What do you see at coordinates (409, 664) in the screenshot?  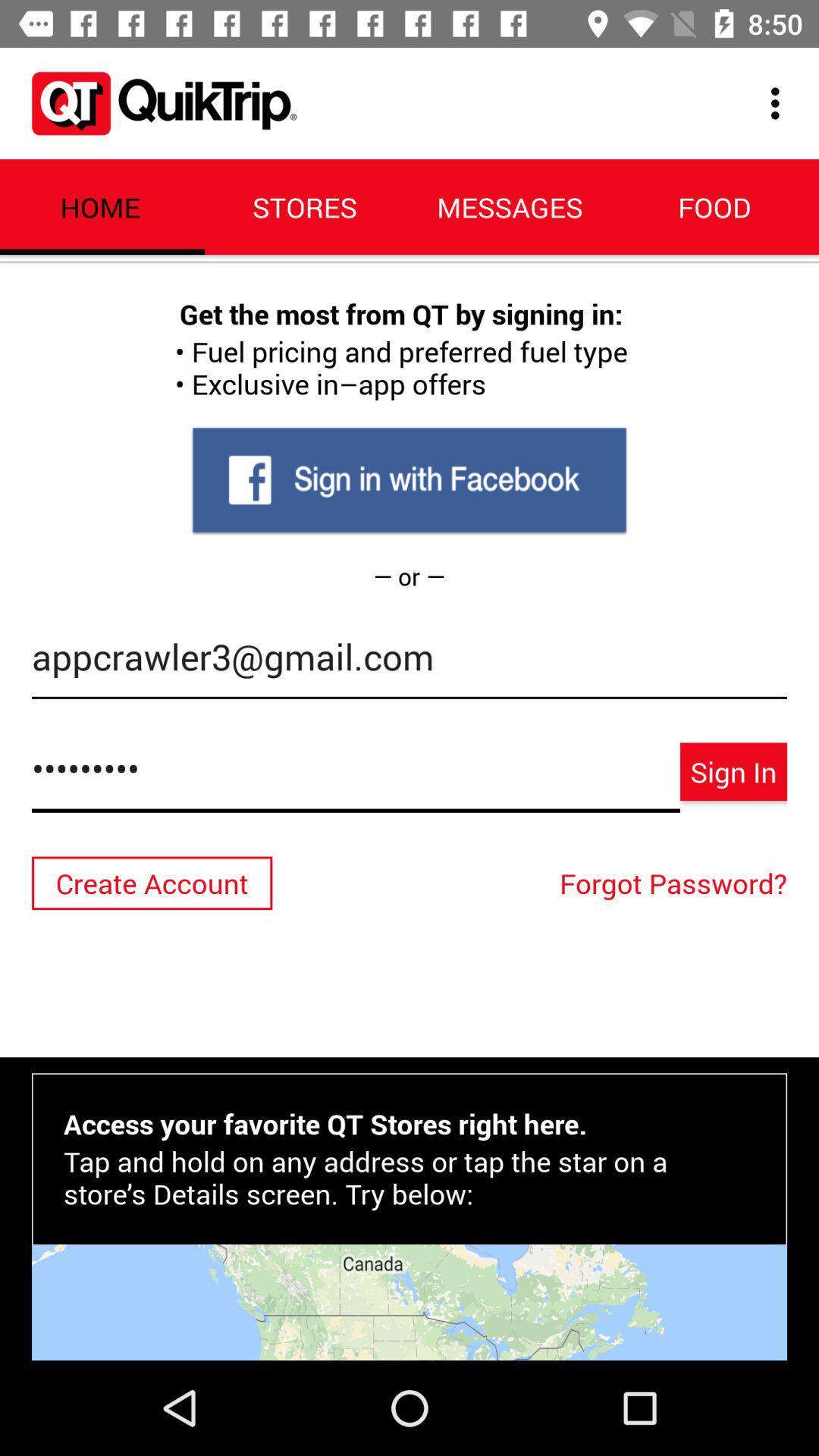 I see `the appcrawler3@gmail.com item` at bounding box center [409, 664].